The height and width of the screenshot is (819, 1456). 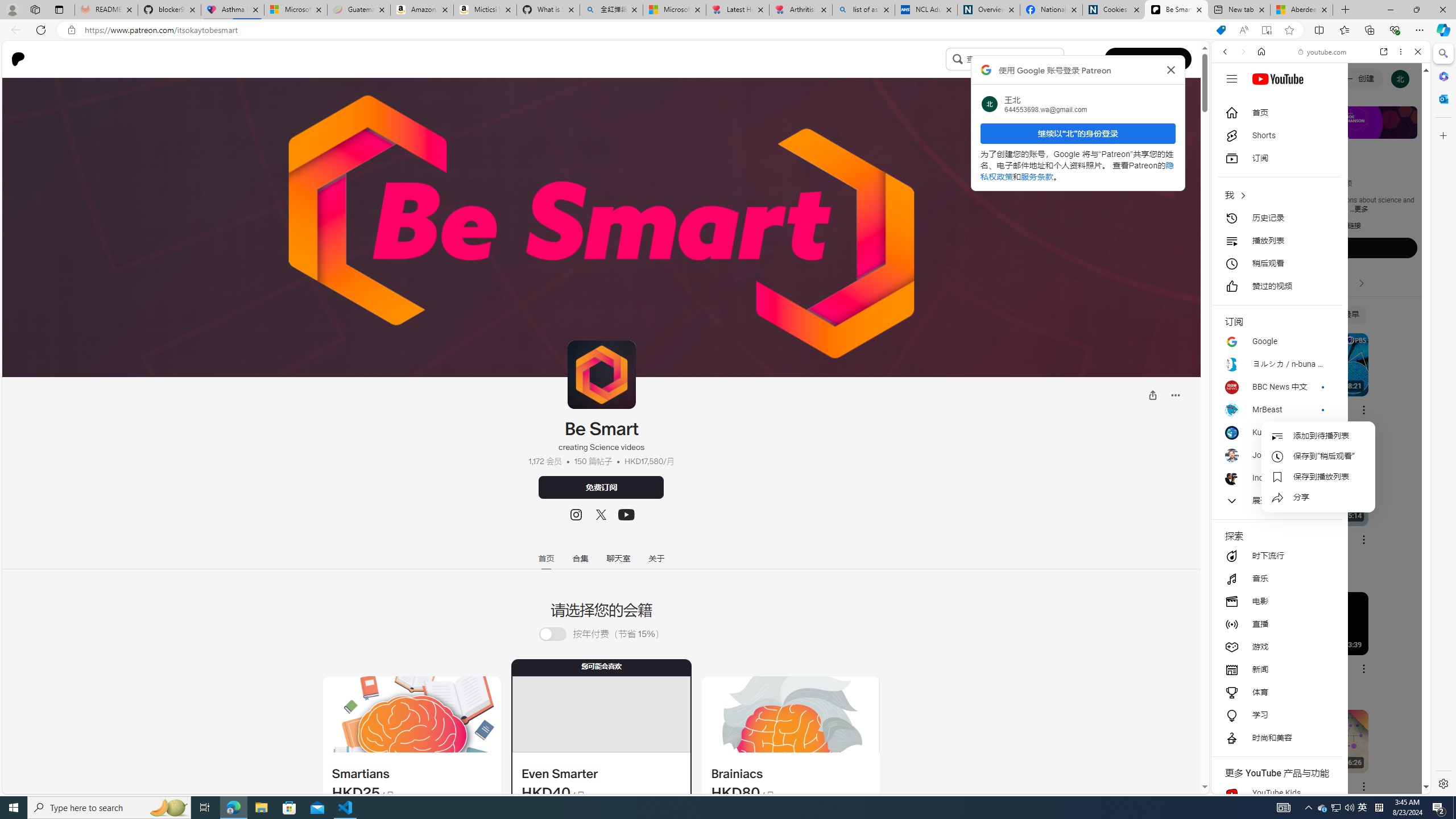 What do you see at coordinates (1442, 98) in the screenshot?
I see `'Close Outlook pane'` at bounding box center [1442, 98].